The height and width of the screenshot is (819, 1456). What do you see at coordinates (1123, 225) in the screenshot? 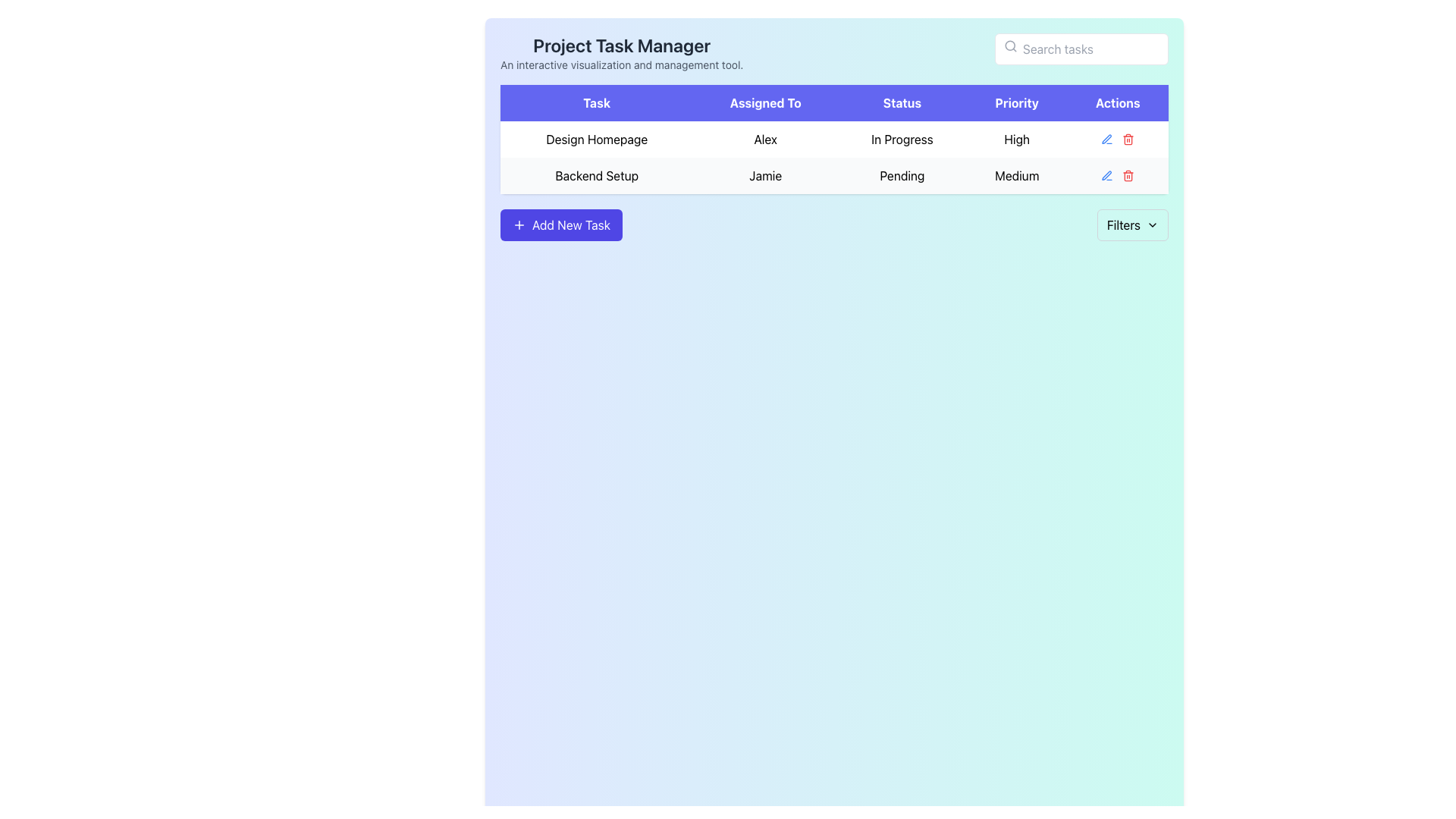
I see `static text label that reads 'Filters' located in the upper-right corner of the interface, styled in a sans-serif font` at bounding box center [1123, 225].